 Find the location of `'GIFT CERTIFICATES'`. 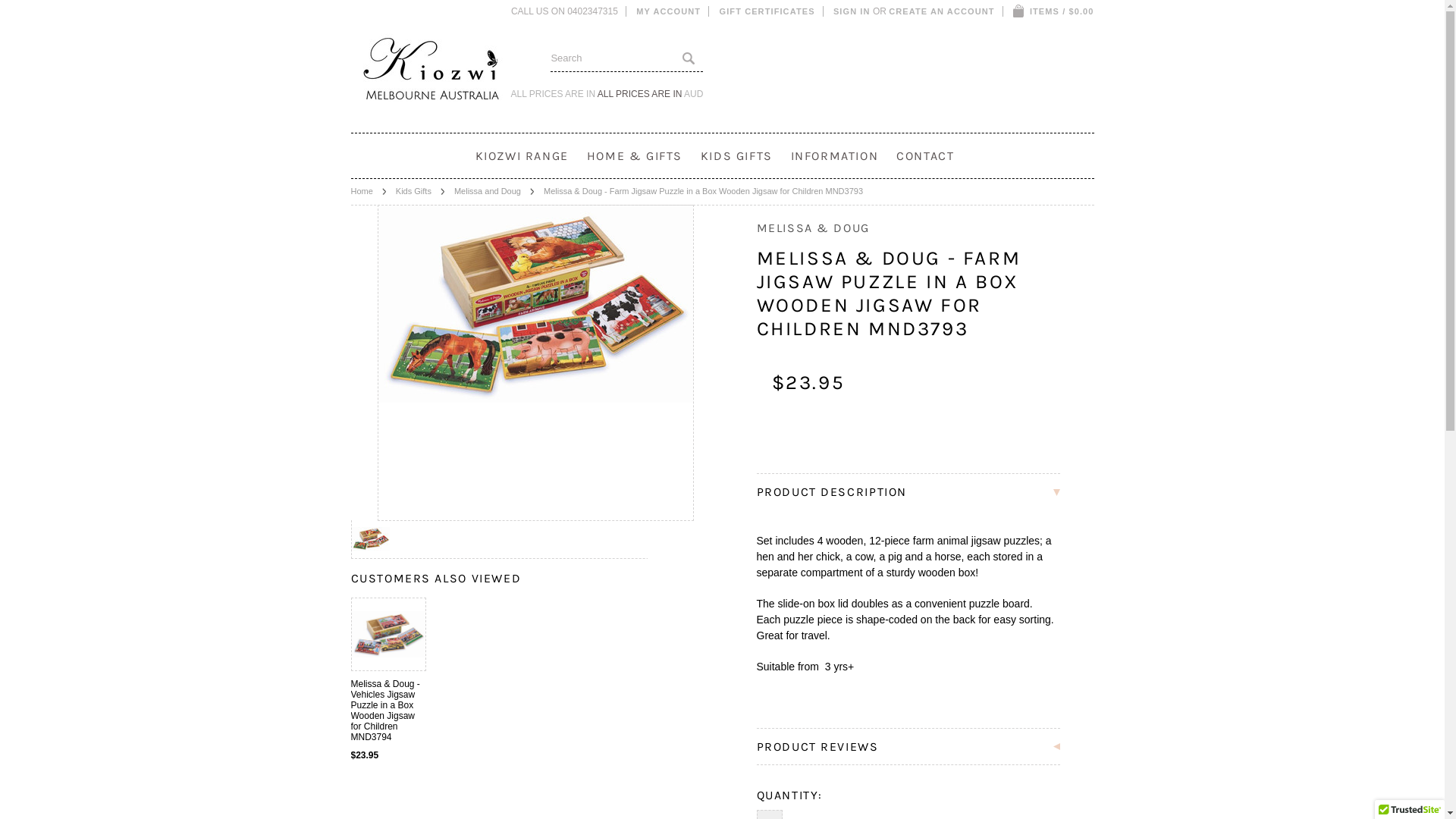

'GIFT CERTIFICATES' is located at coordinates (767, 11).